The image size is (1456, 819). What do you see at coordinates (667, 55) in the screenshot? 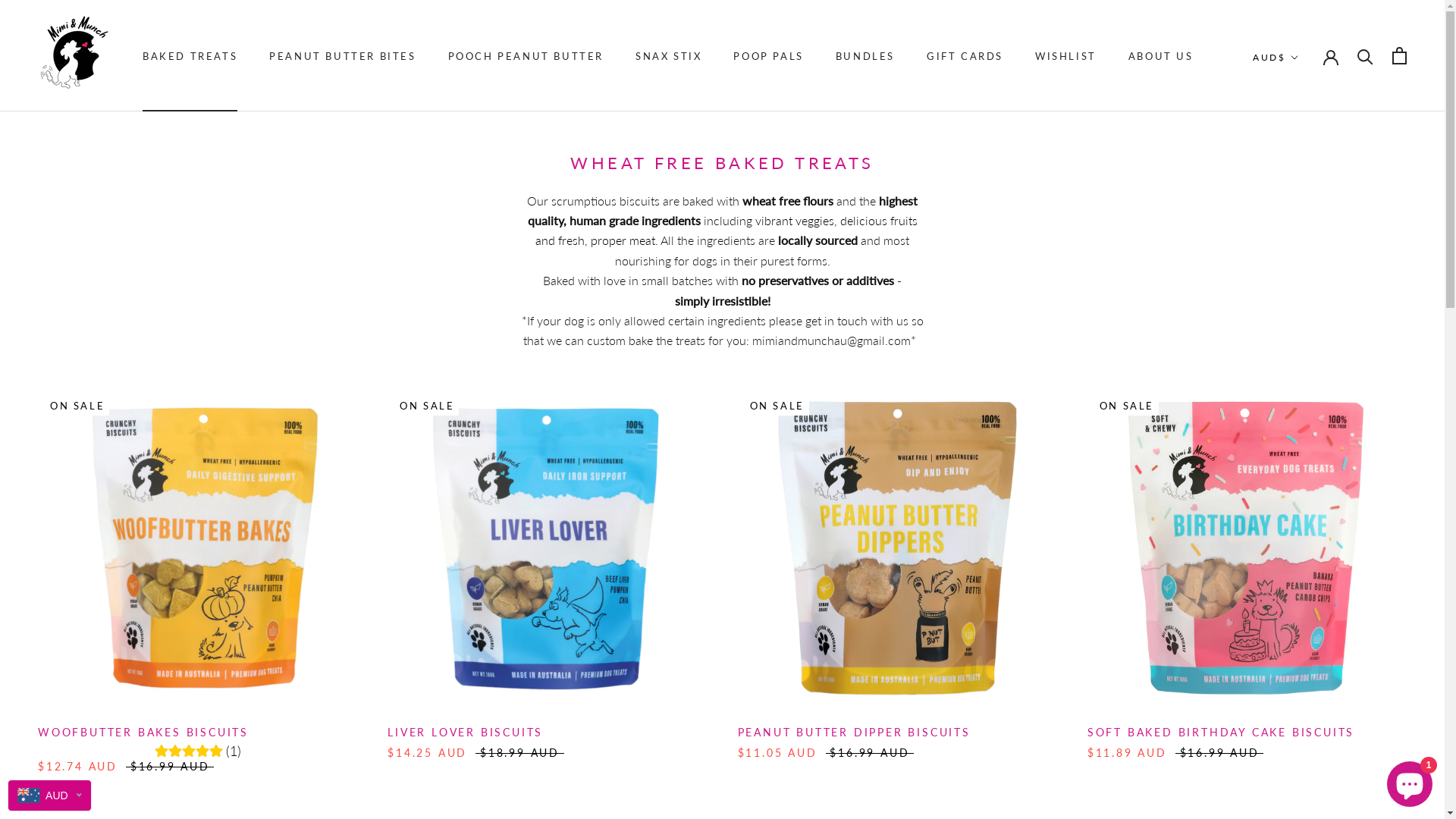
I see `'SNAX STIX` at bounding box center [667, 55].